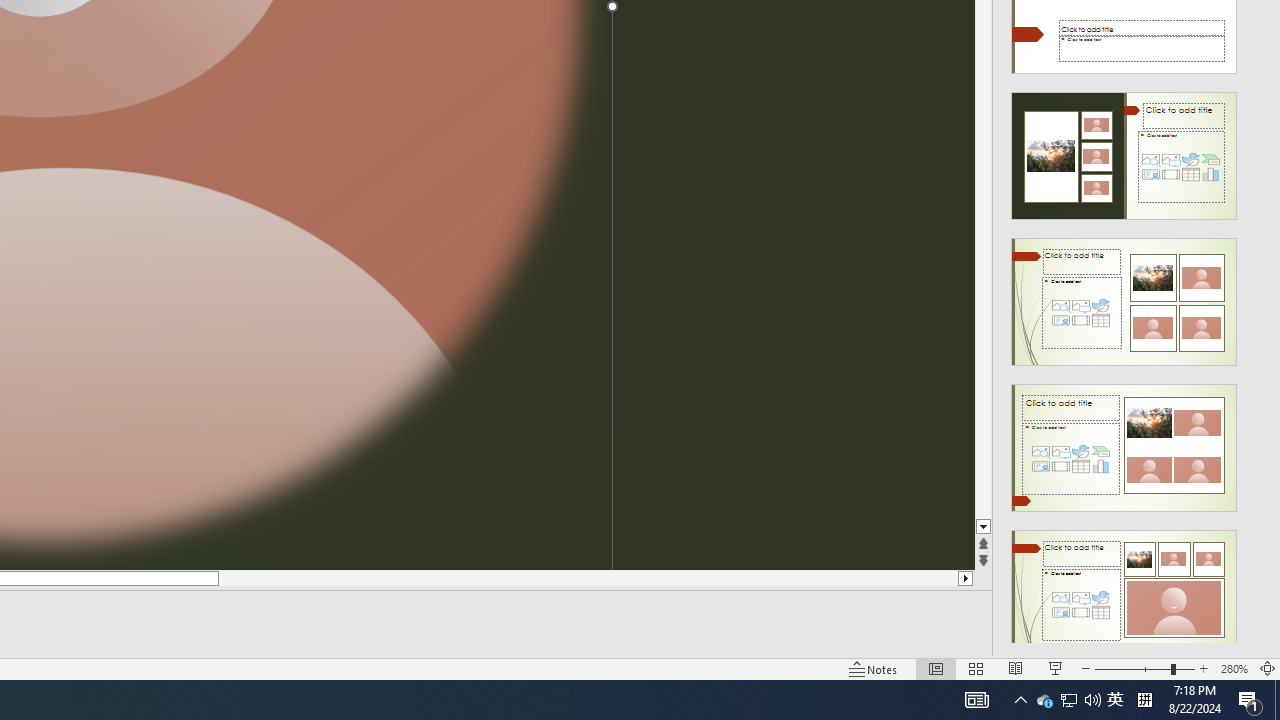 The image size is (1280, 720). I want to click on 'Zoom 280%', so click(1233, 669).